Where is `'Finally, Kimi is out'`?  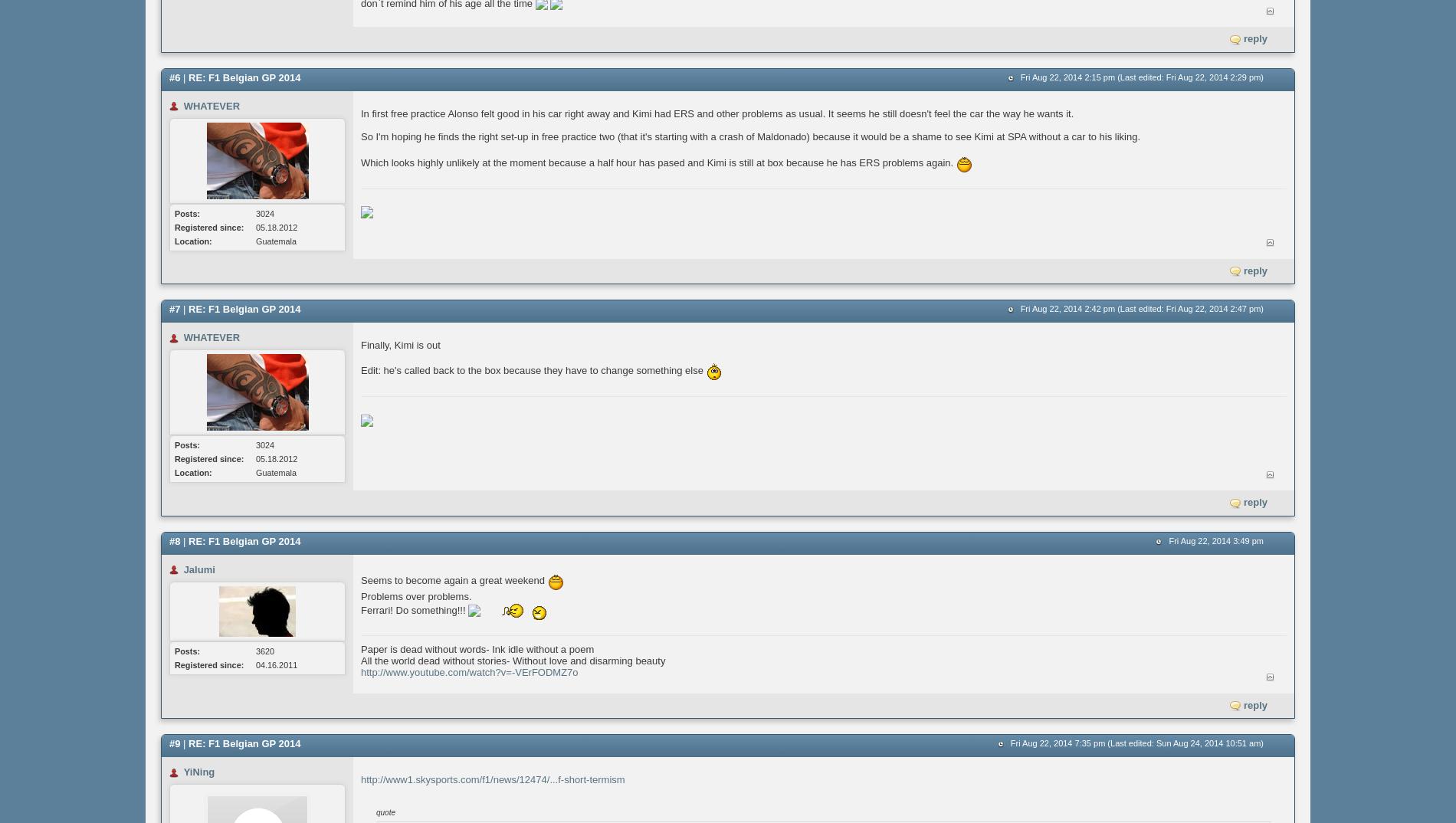 'Finally, Kimi is out' is located at coordinates (400, 344).